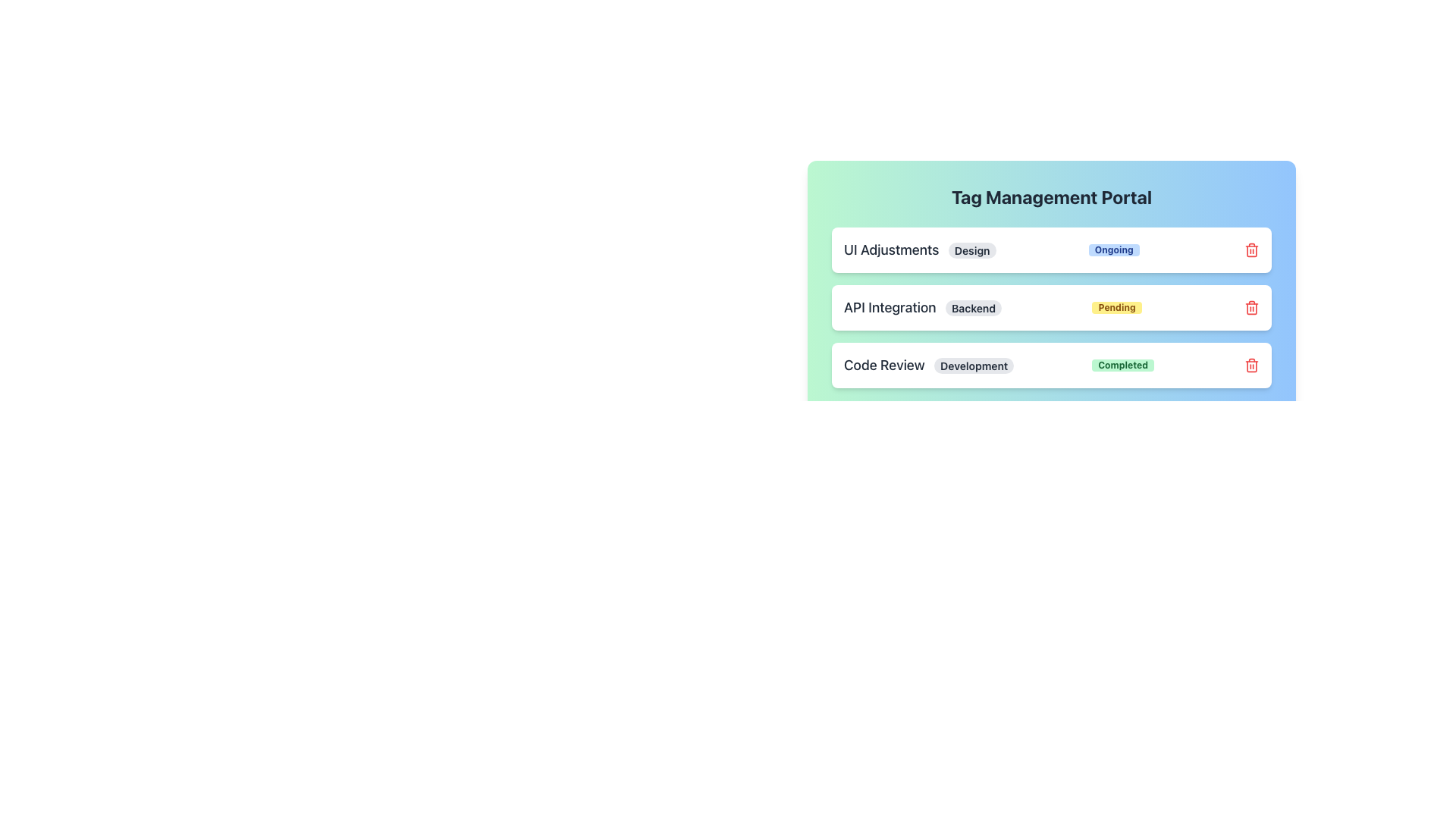 The image size is (1456, 819). What do you see at coordinates (1123, 366) in the screenshot?
I see `the Status Indicator Label, which is a small rectangular label with a green background displaying the text 'Completed', located at the rightmost side of the 'Code Review Development' card` at bounding box center [1123, 366].